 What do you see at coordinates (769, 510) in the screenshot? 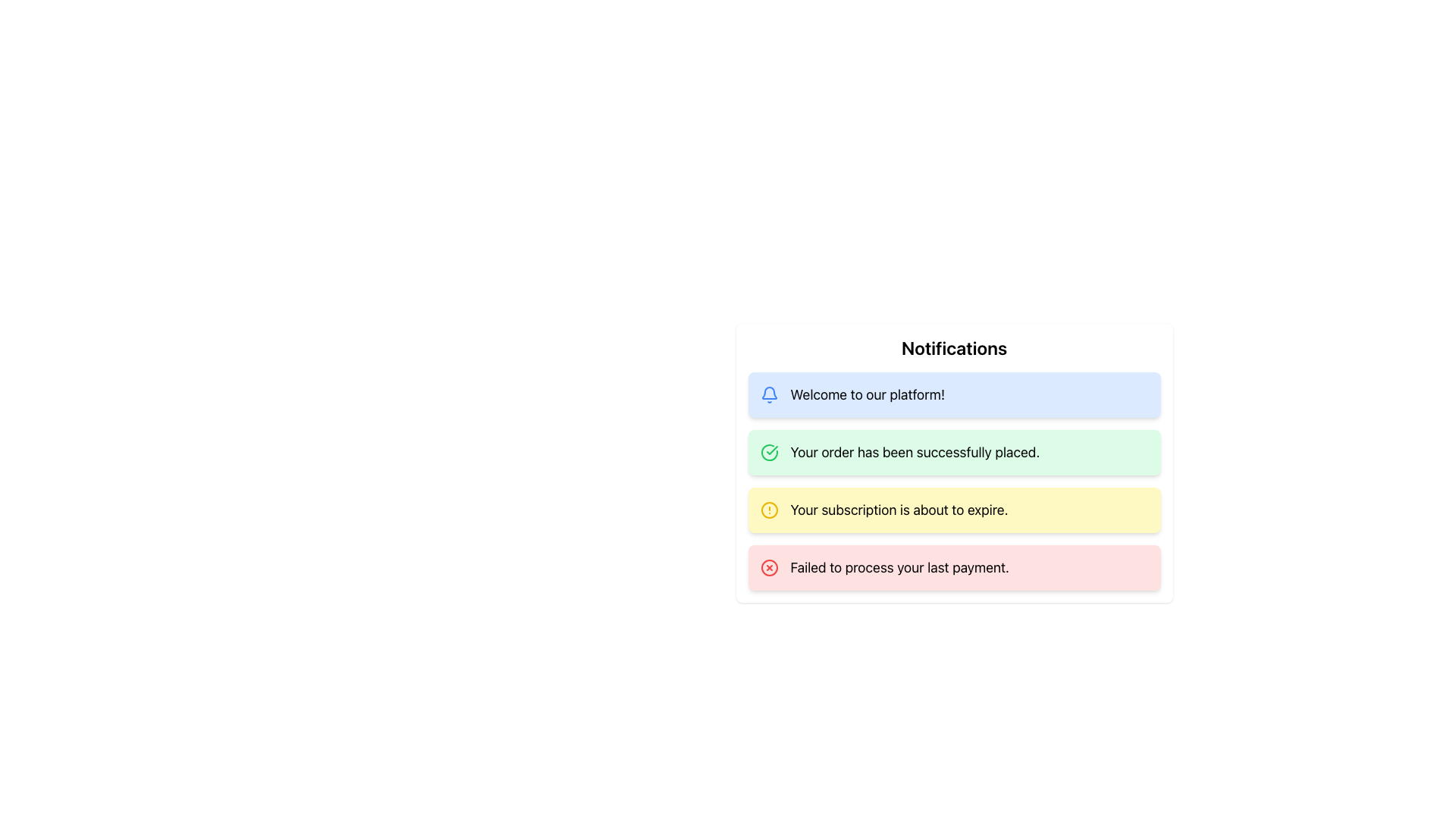
I see `the circular icon with a yellow border in the notification interface, which serves as the primary visual indicator for the notification entry` at bounding box center [769, 510].